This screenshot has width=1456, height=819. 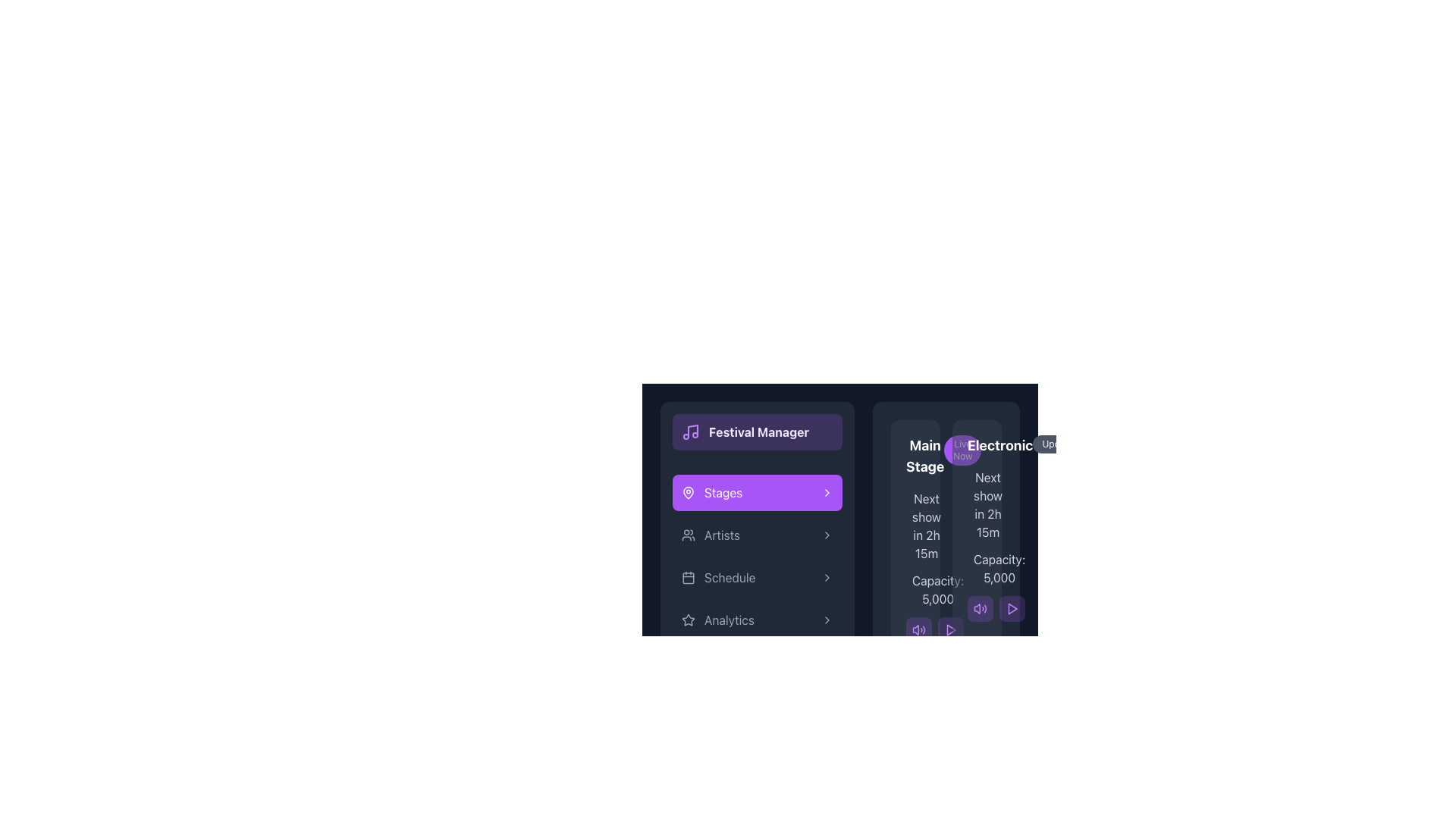 I want to click on the decorative SVG circle component that represents the outer frame of the clock icon located within the 'Main Stage' card under the upcoming events section, so click(x=914, y=529).